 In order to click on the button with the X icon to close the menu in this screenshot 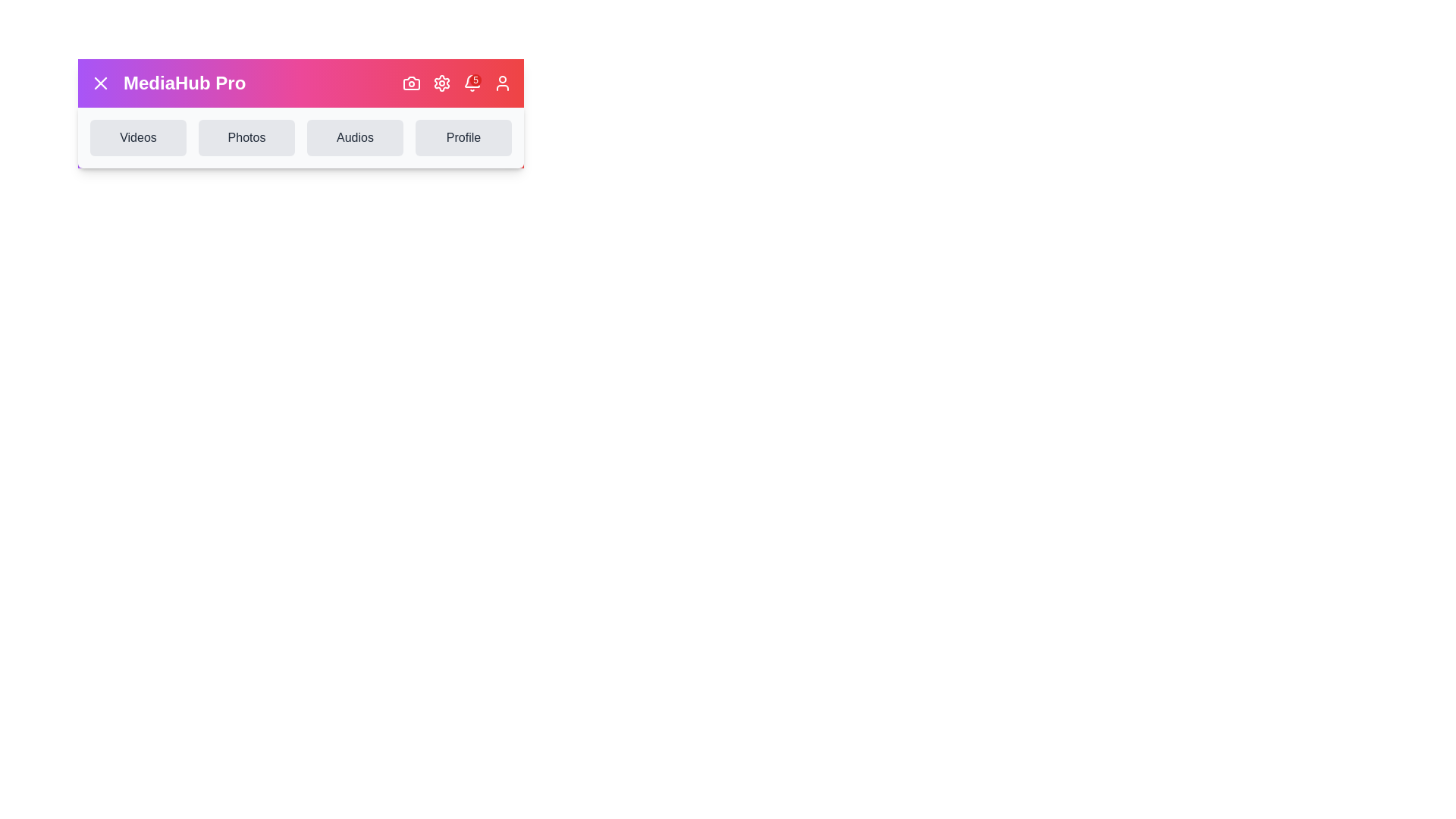, I will do `click(100, 83)`.